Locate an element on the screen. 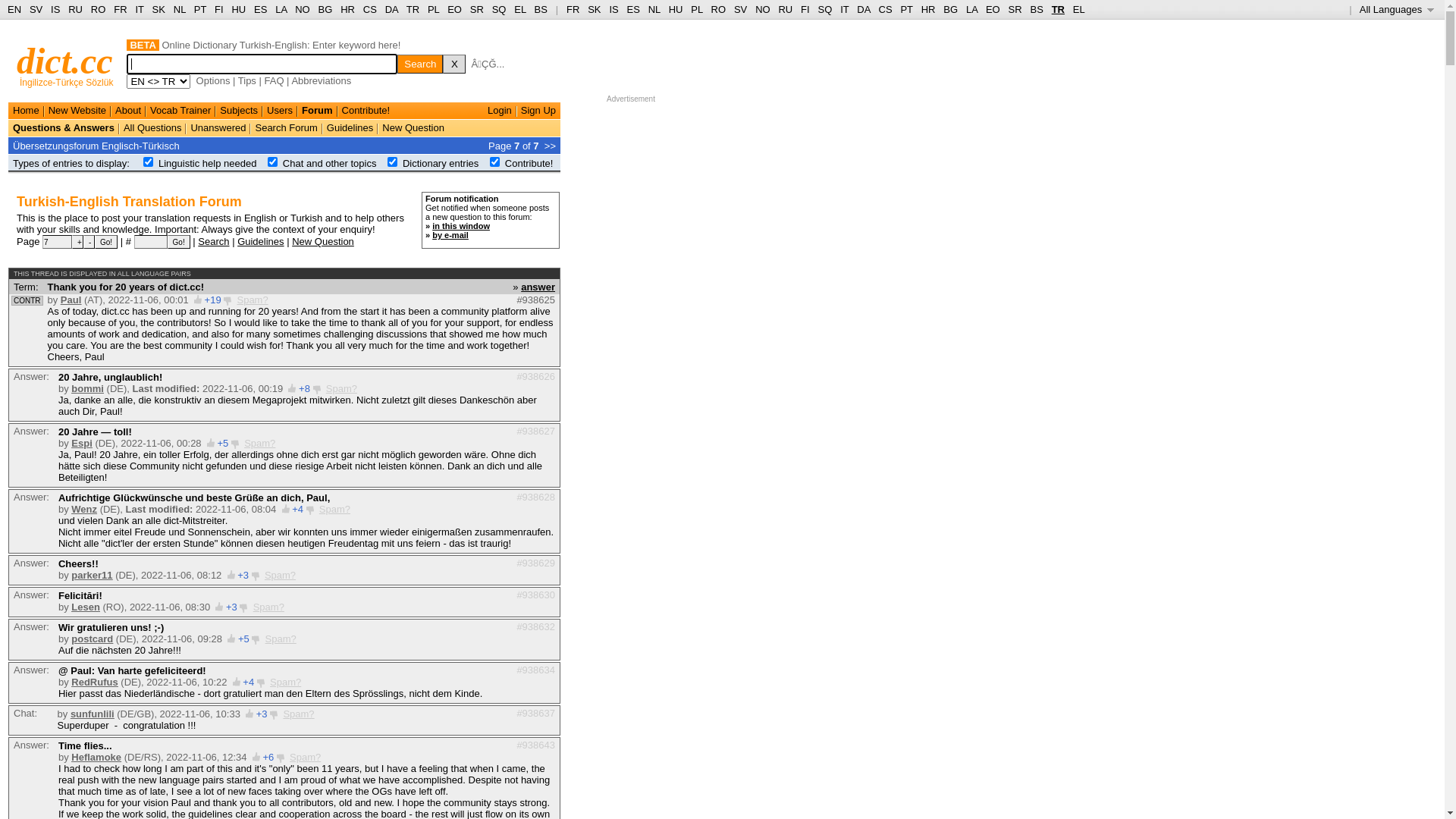 The width and height of the screenshot is (1456, 819). 'RU' is located at coordinates (67, 9).